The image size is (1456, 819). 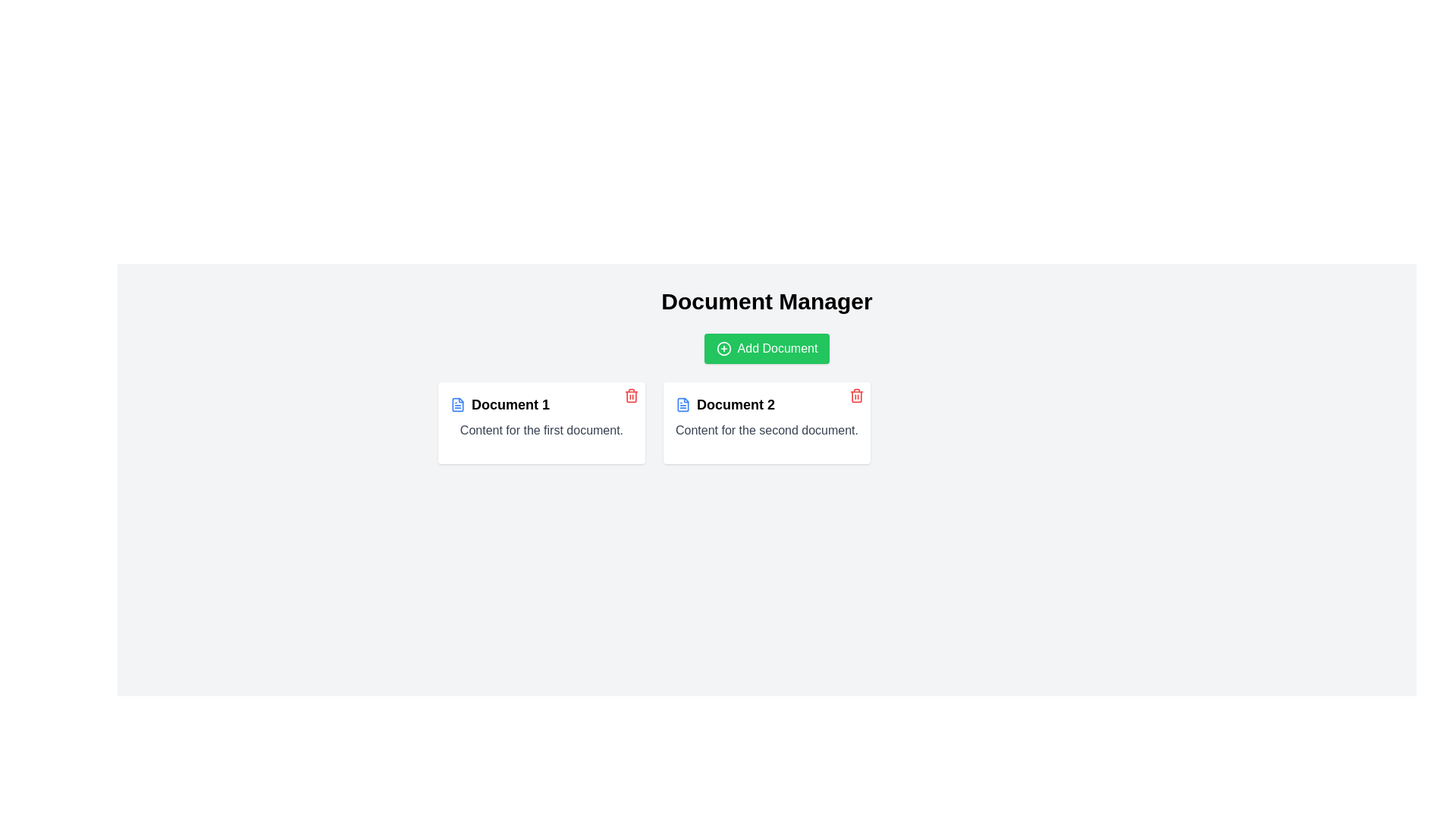 What do you see at coordinates (510, 403) in the screenshot?
I see `the text label reading 'Document 1'` at bounding box center [510, 403].